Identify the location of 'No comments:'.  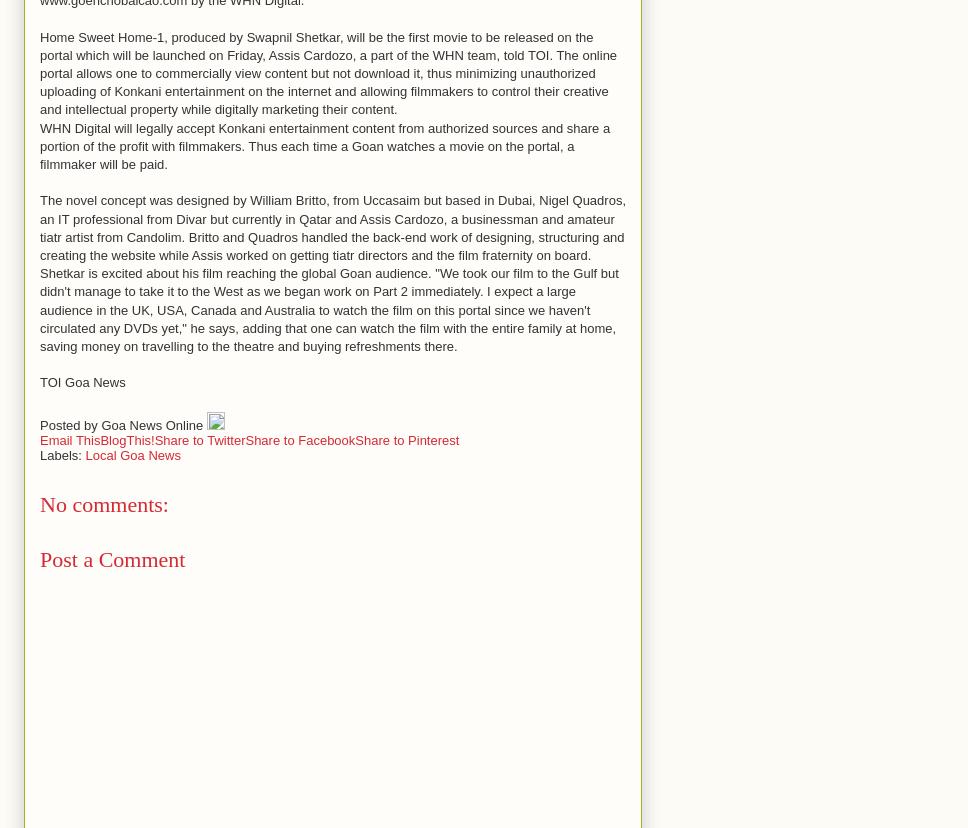
(39, 504).